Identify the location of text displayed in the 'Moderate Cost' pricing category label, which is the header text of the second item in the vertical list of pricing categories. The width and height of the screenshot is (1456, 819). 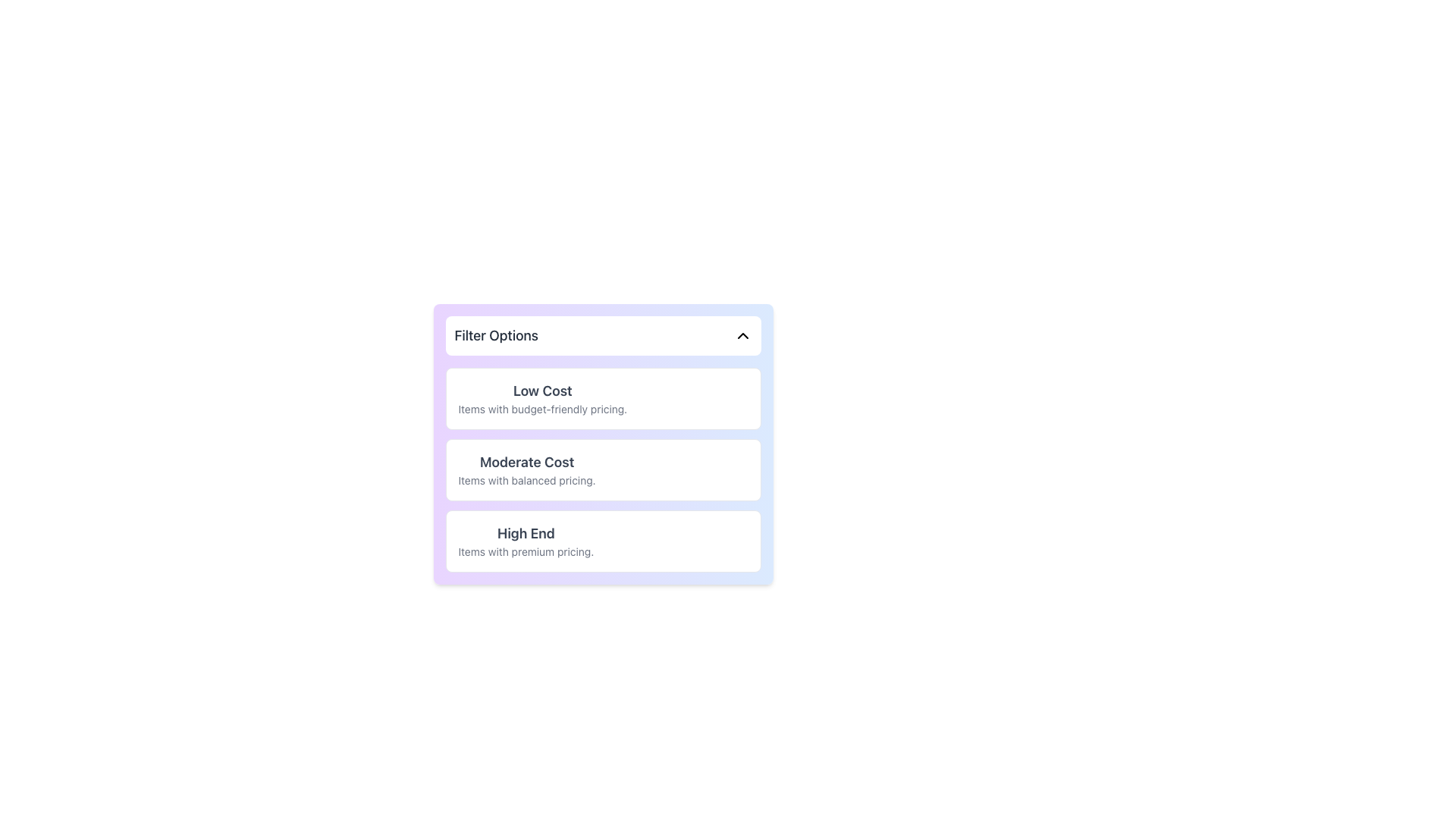
(527, 461).